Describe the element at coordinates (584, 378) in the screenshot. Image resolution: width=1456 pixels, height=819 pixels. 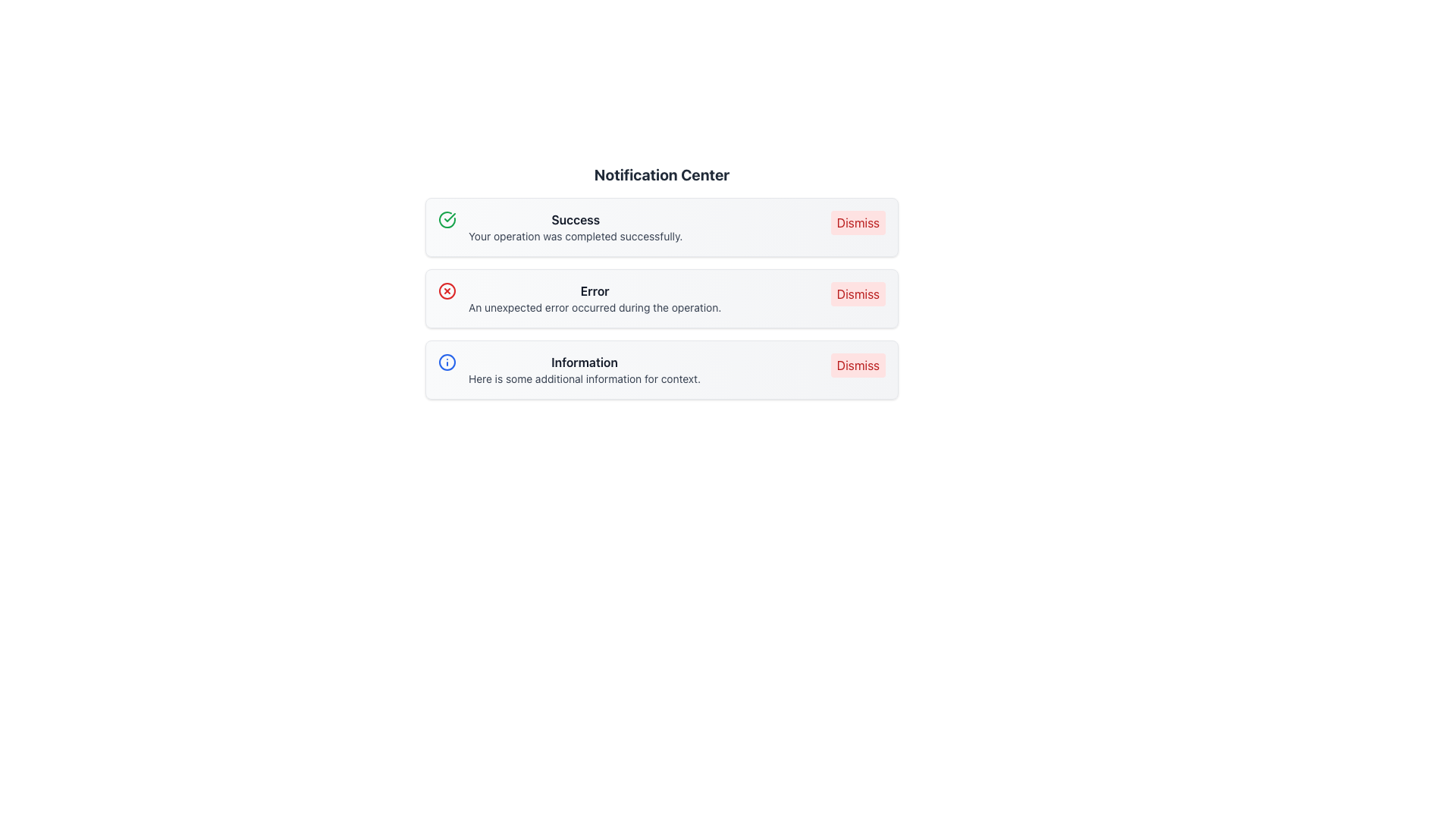
I see `the text label displaying 'Here is some additional information for context.' located beneath the header 'Information' in the notification card` at that location.